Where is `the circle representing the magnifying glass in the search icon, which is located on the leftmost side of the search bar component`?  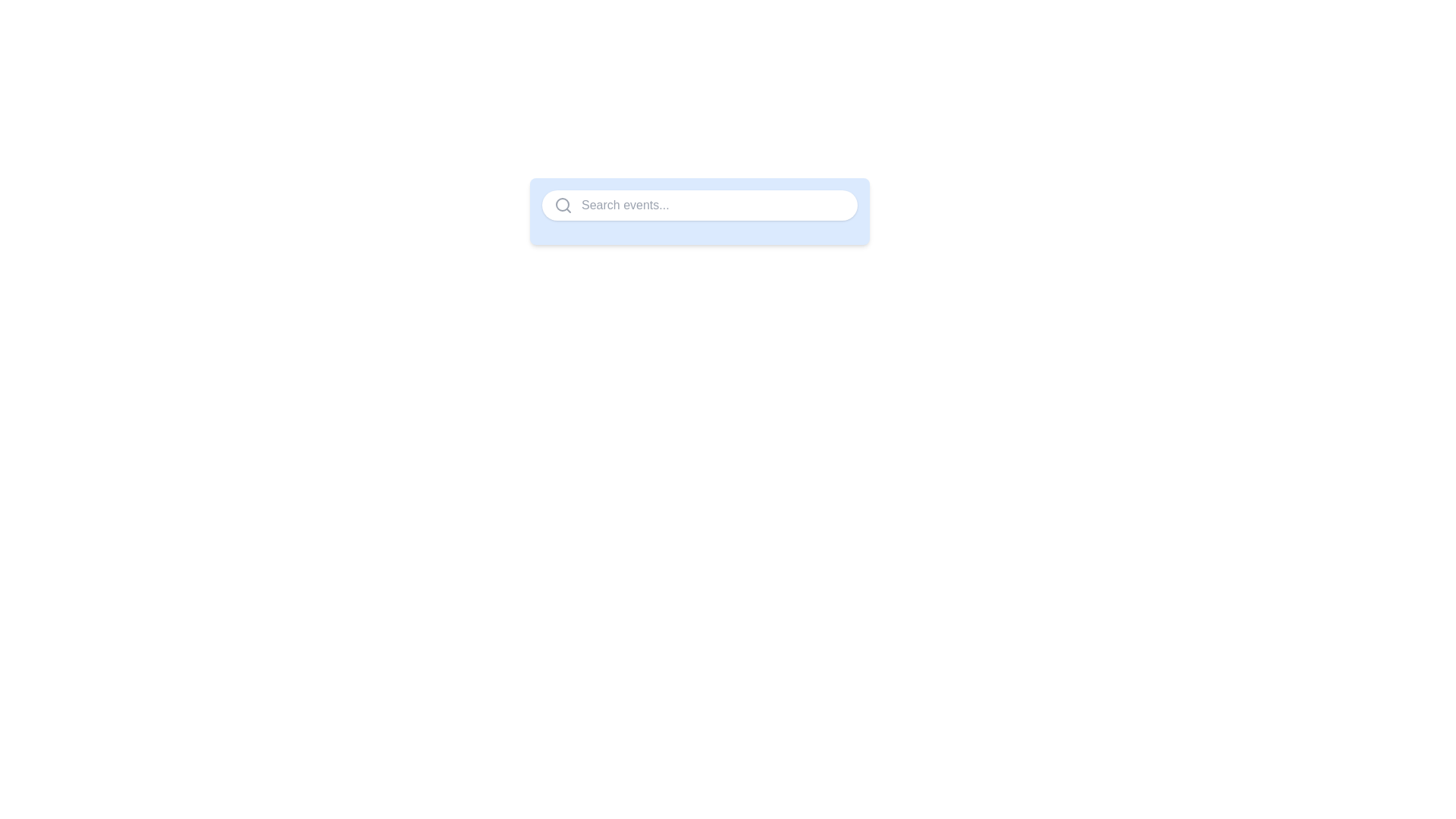
the circle representing the magnifying glass in the search icon, which is located on the leftmost side of the search bar component is located at coordinates (562, 205).